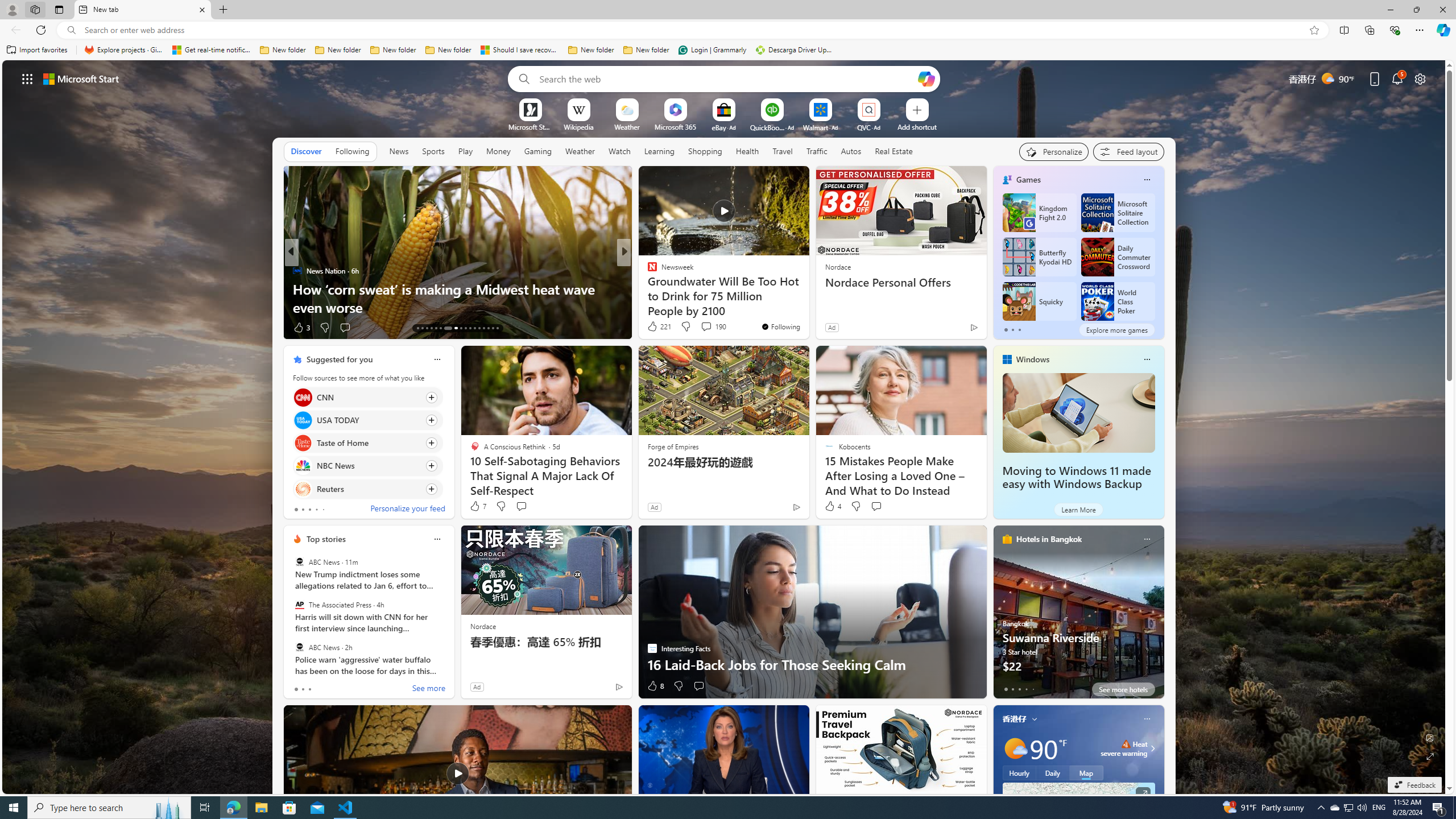  I want to click on 'View comments 6 Comment', so click(702, 327).